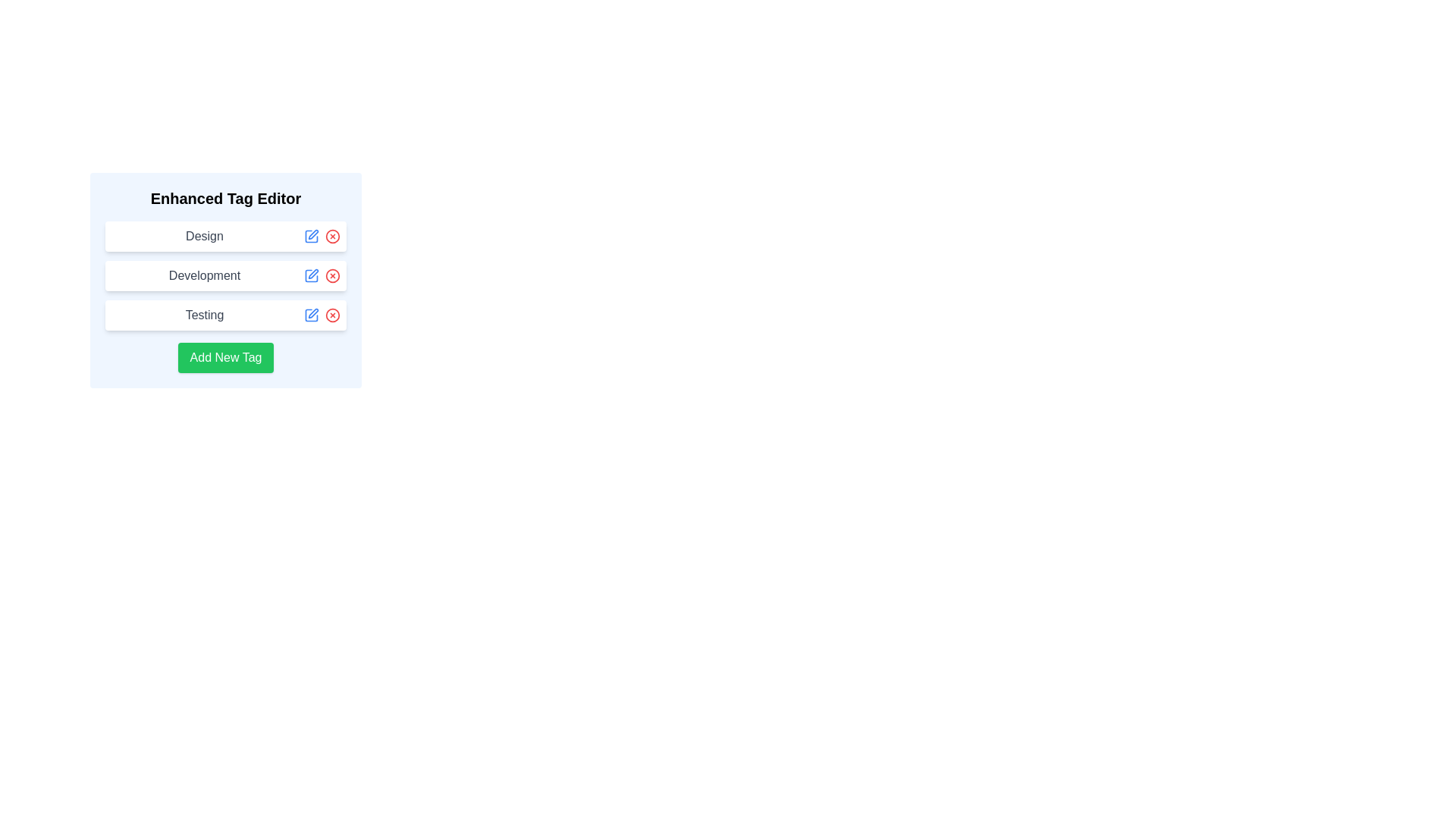 This screenshot has width=1456, height=819. Describe the element at coordinates (322, 315) in the screenshot. I see `the edit button, which is the blue square with a pen icon located on the far right side of the row labeled 'Testing' in the 'Enhanced Tag Editor' component` at that location.